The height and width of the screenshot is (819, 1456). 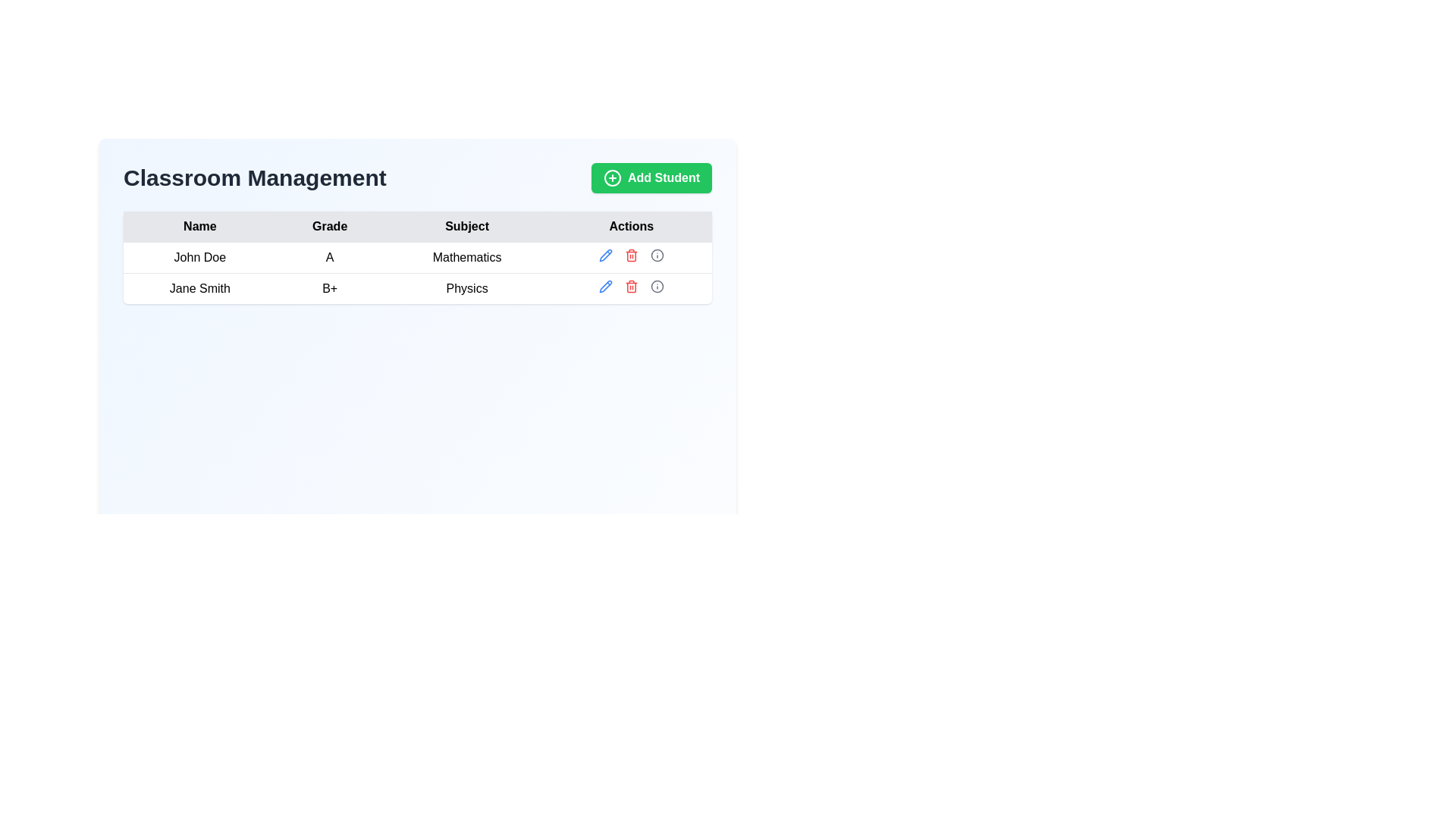 What do you see at coordinates (631, 254) in the screenshot?
I see `the red trash can icon in the 'Actions' column of the row containing the student 'John Doe'` at bounding box center [631, 254].